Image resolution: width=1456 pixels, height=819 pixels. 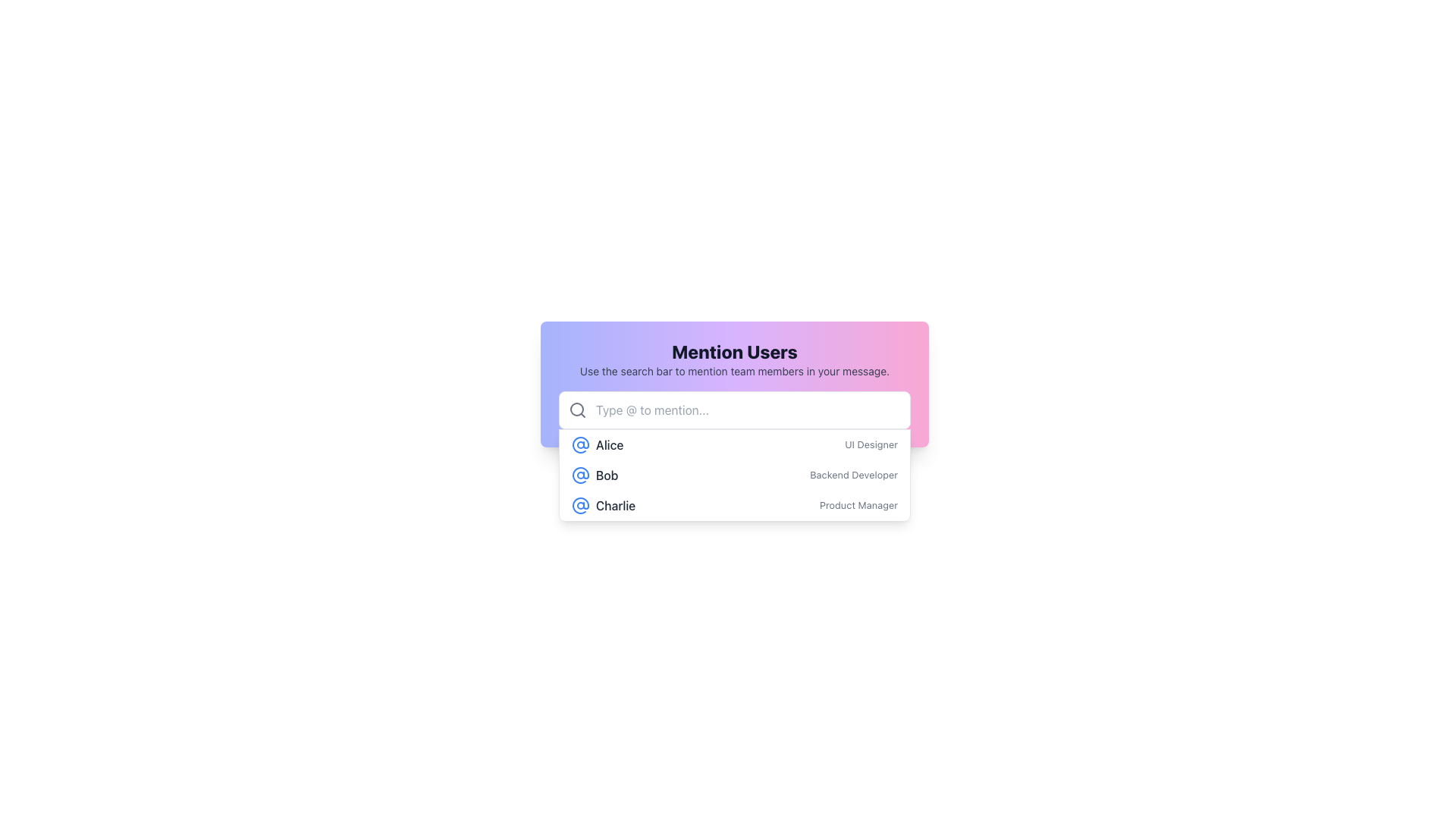 I want to click on the Text Label displaying the name 'Bob', which is the second item in a list of user mentions, positioned below 'Alice' and above 'Charlie', so click(x=607, y=475).